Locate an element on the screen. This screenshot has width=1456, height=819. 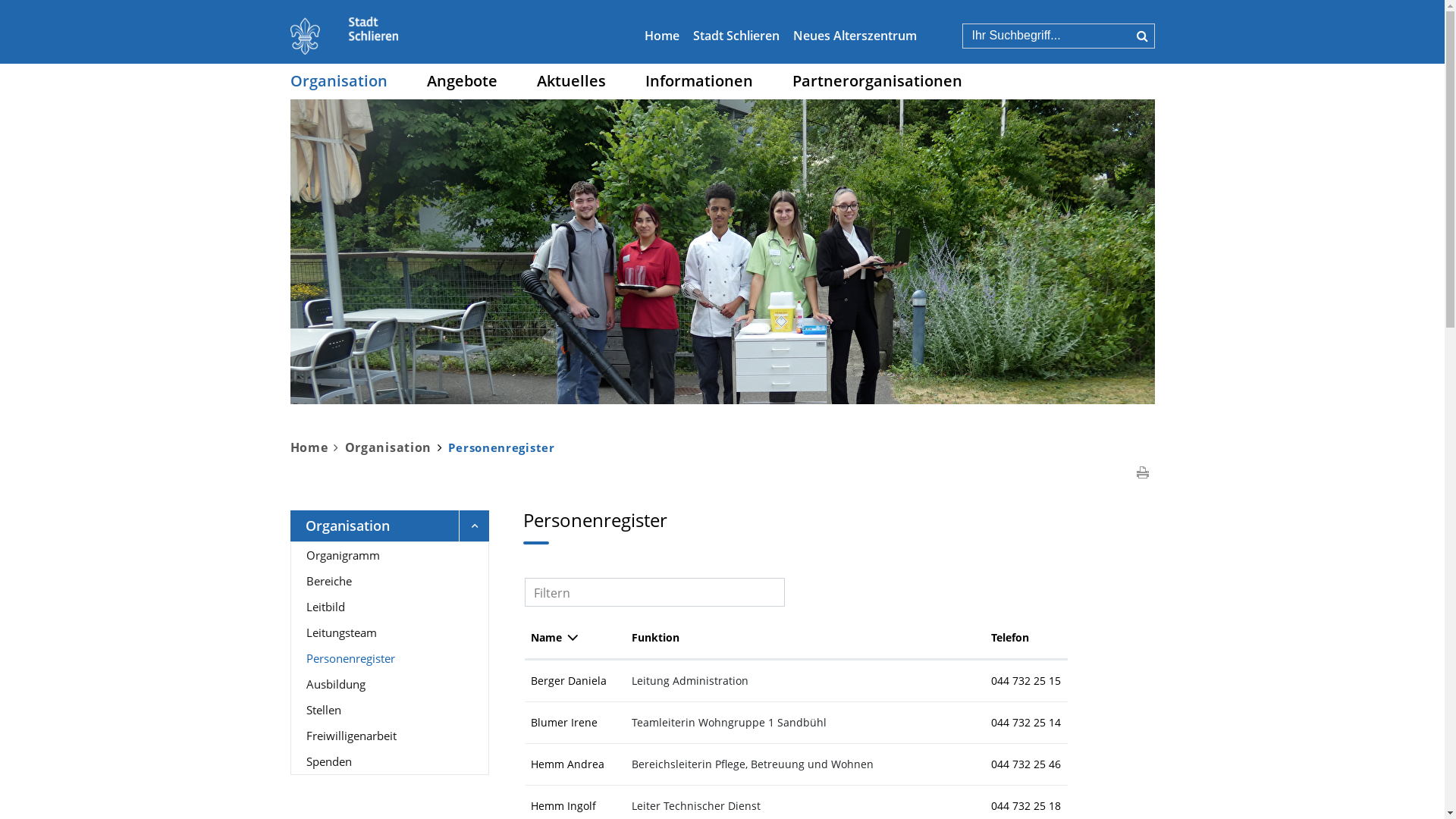
'Neues Alterszentrum' is located at coordinates (855, 34).